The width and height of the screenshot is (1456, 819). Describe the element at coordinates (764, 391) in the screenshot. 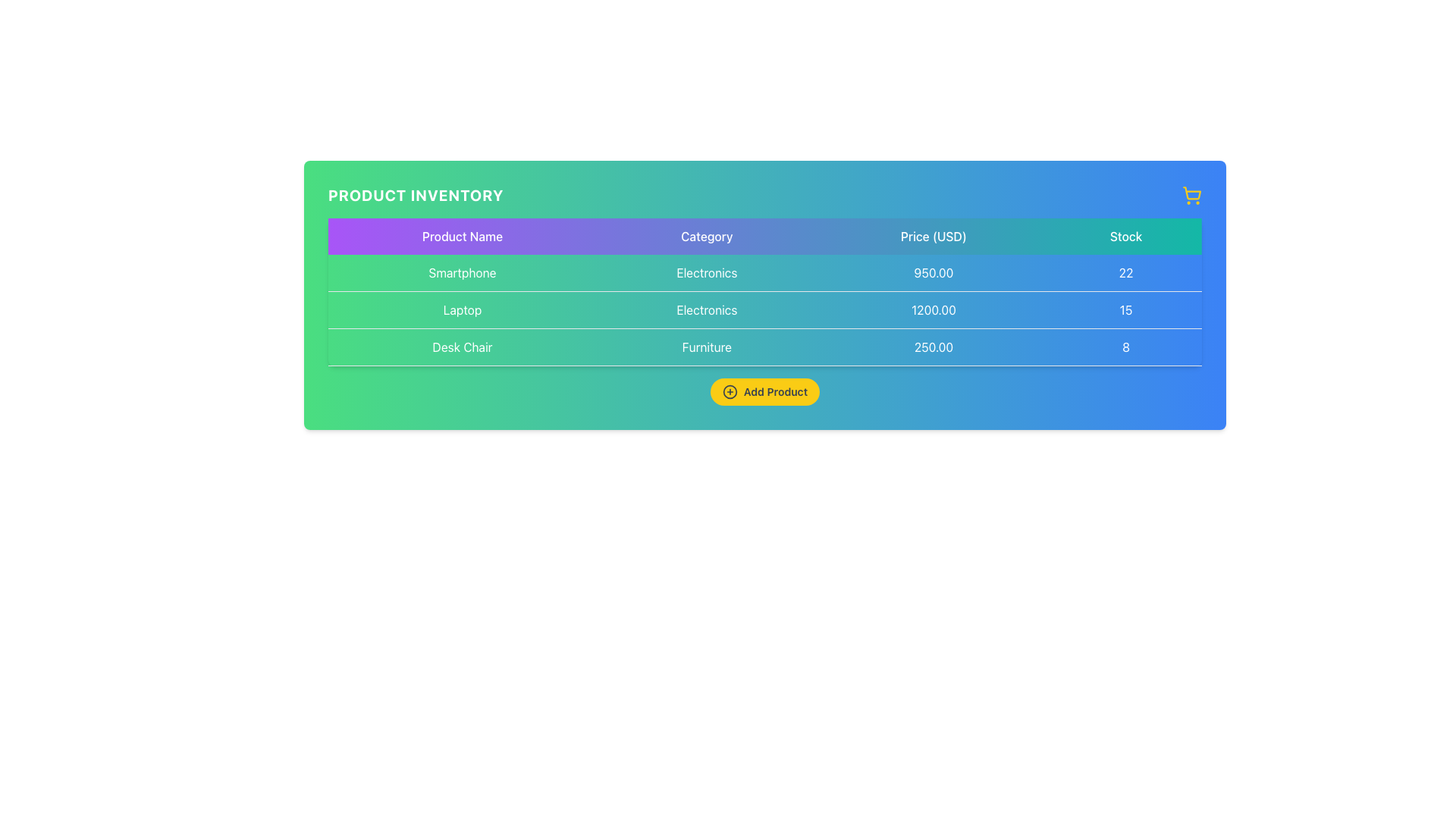

I see `the button located at the bottom center of the interface` at that location.